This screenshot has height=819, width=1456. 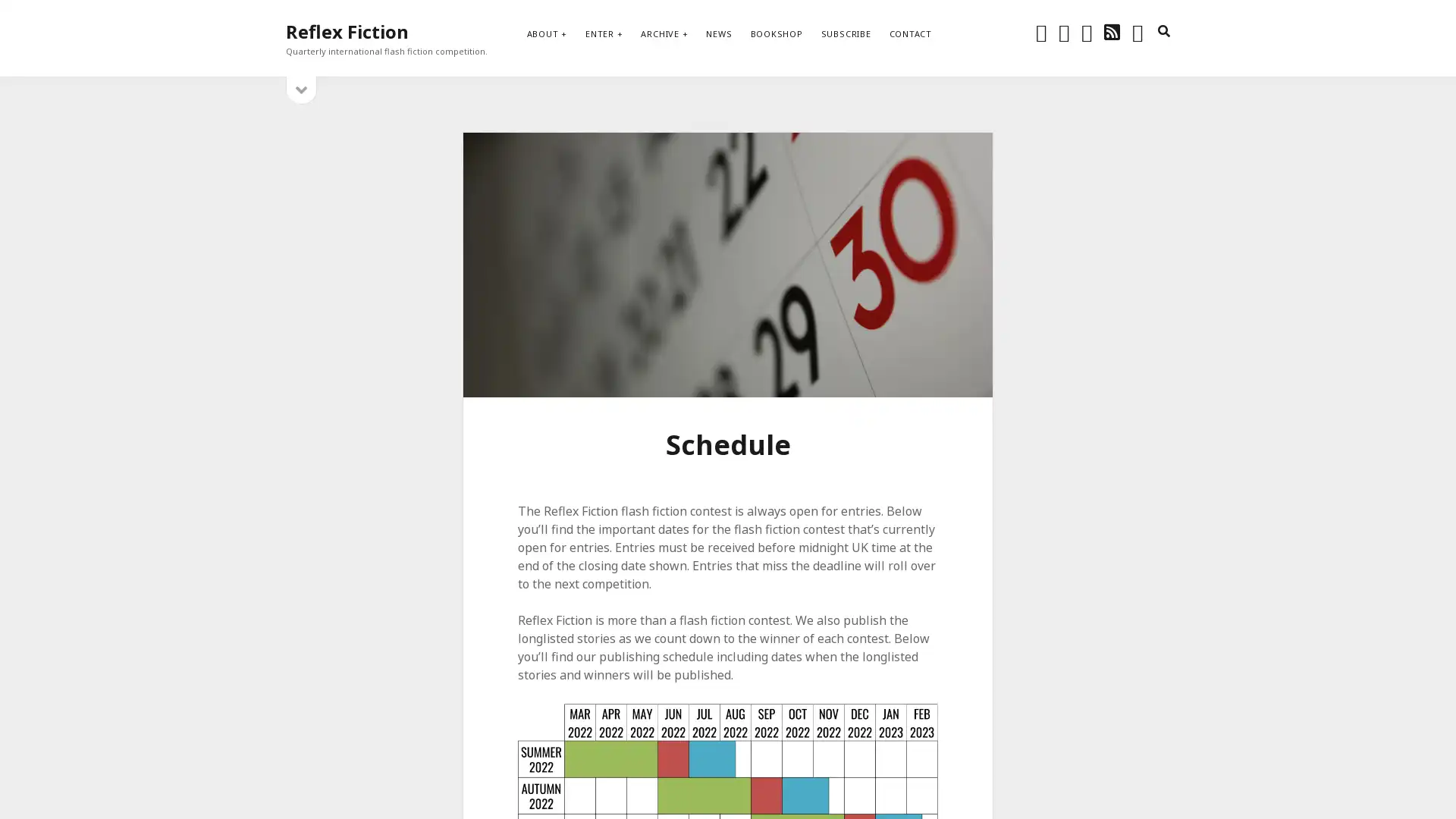 I want to click on open sidebar, so click(x=300, y=90).